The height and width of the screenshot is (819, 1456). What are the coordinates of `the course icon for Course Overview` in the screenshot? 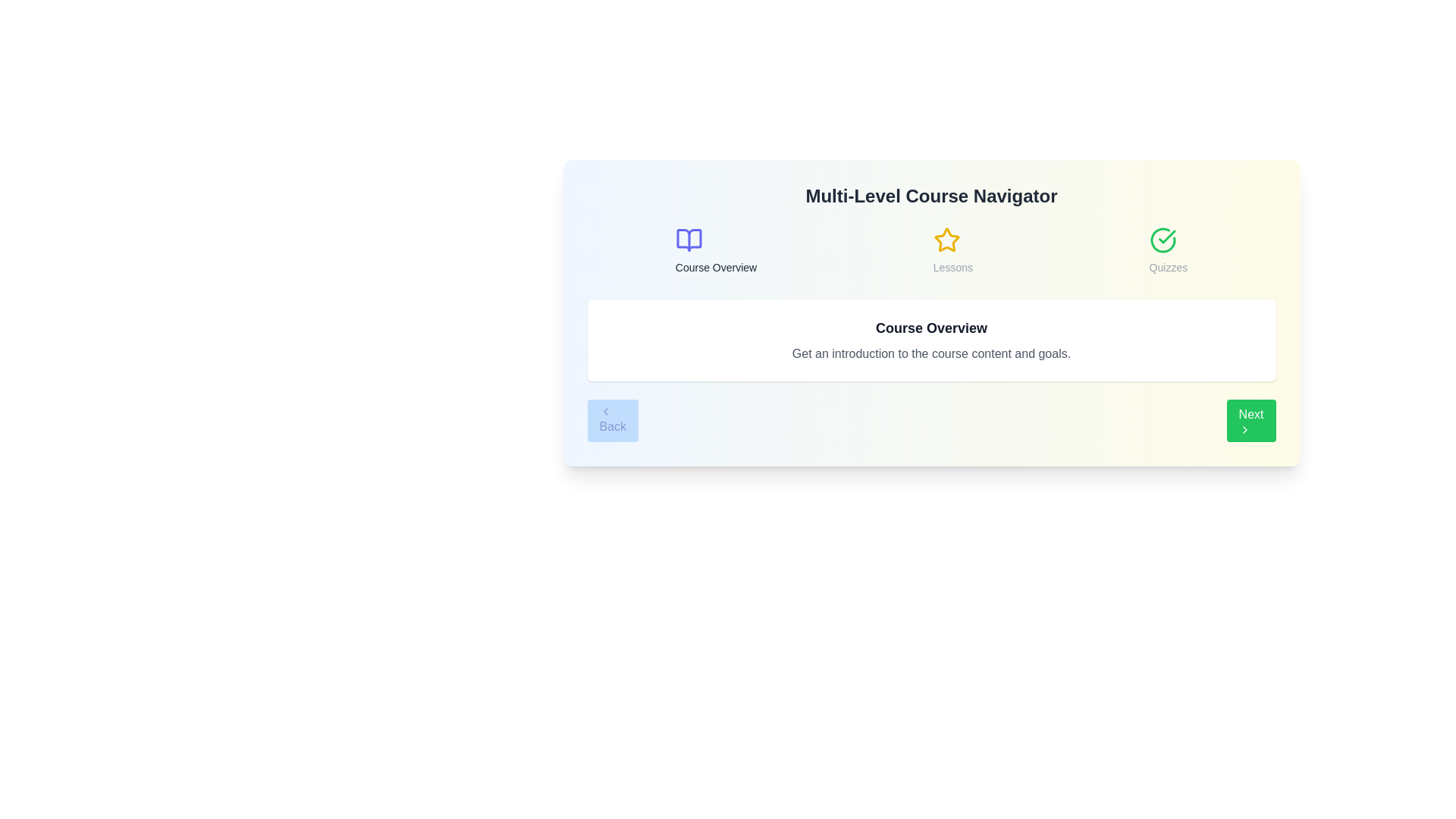 It's located at (688, 239).